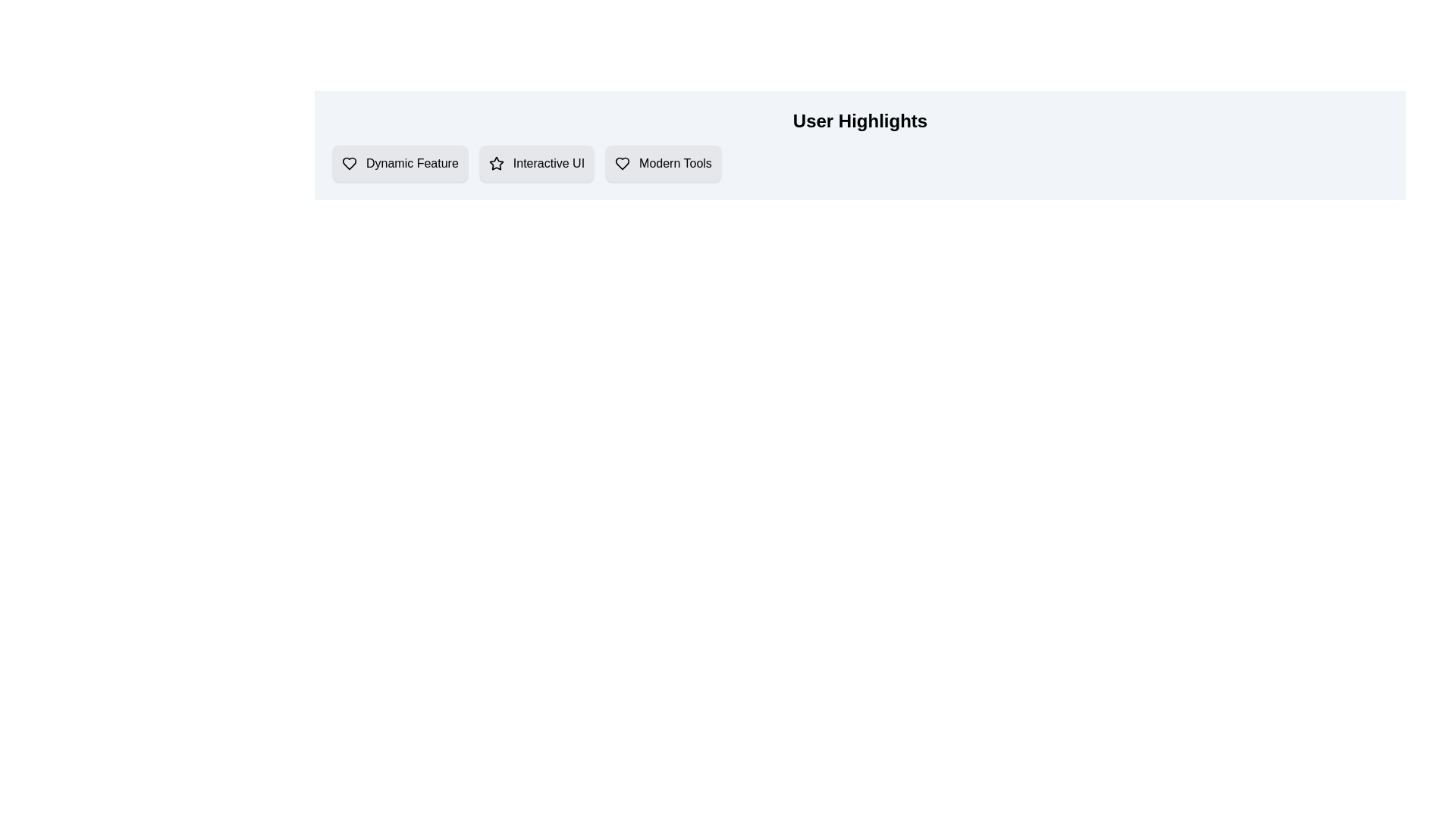 The height and width of the screenshot is (819, 1456). I want to click on the item labeled 'Interactive UI', so click(536, 164).